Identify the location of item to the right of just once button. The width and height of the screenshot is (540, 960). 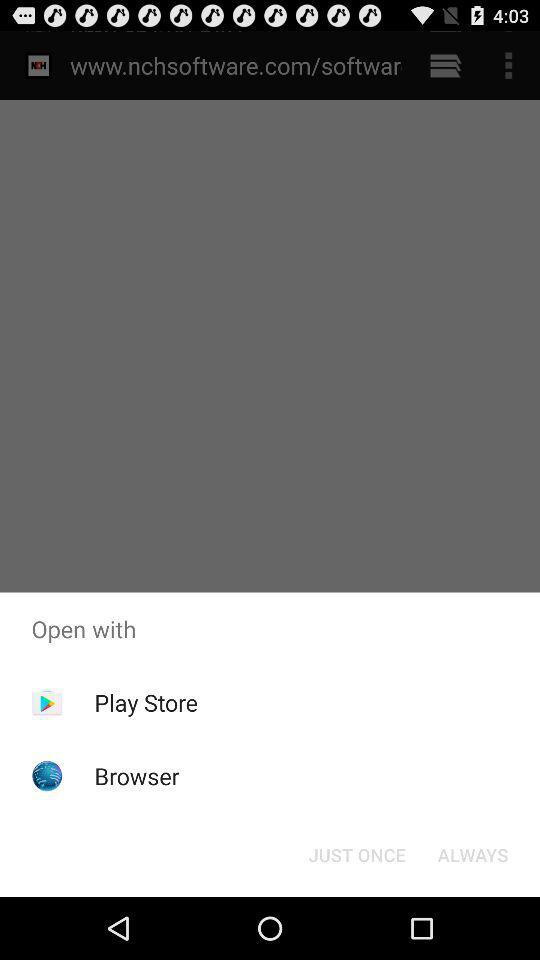
(472, 853).